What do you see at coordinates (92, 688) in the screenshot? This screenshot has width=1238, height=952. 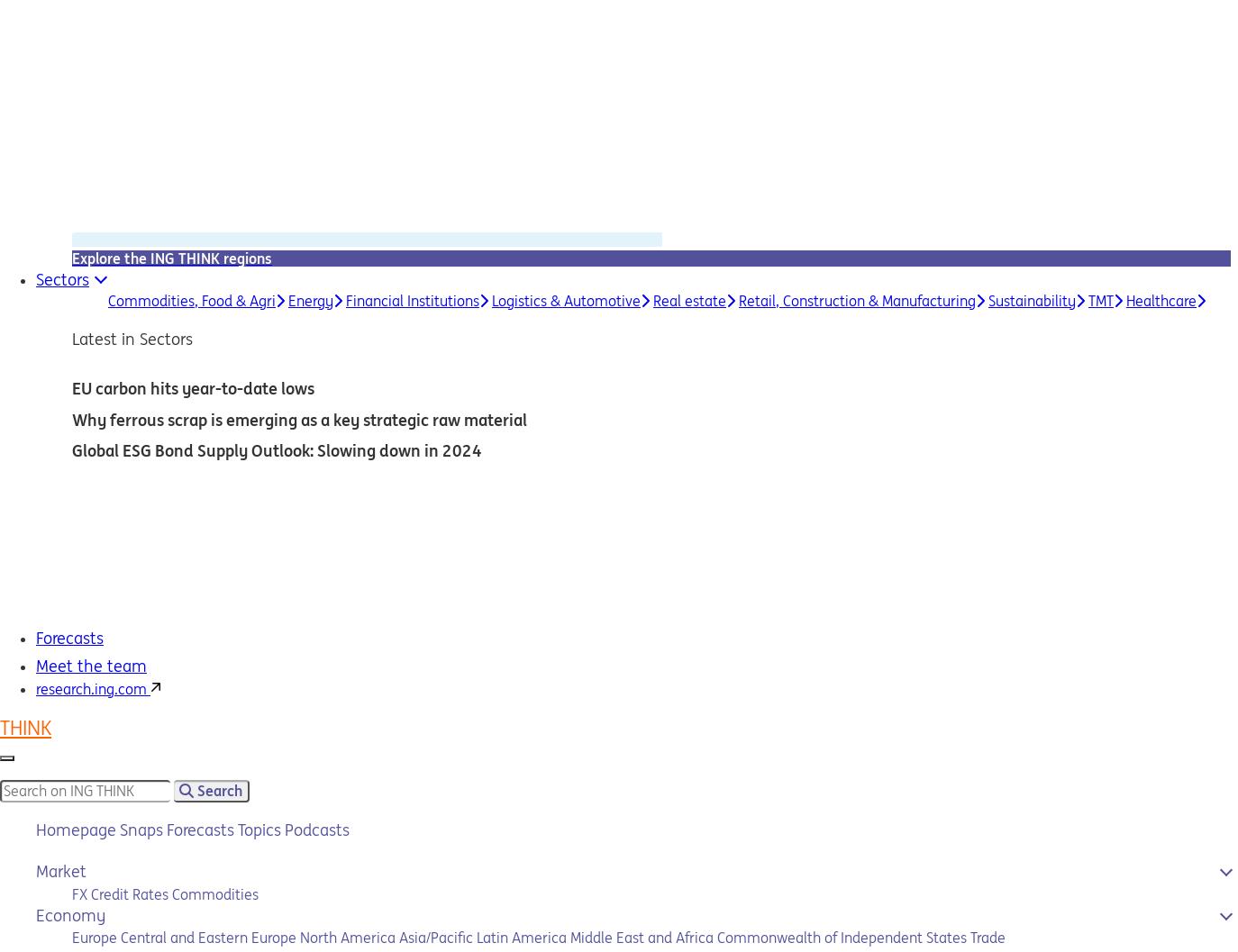 I see `'research.ing.com'` at bounding box center [92, 688].